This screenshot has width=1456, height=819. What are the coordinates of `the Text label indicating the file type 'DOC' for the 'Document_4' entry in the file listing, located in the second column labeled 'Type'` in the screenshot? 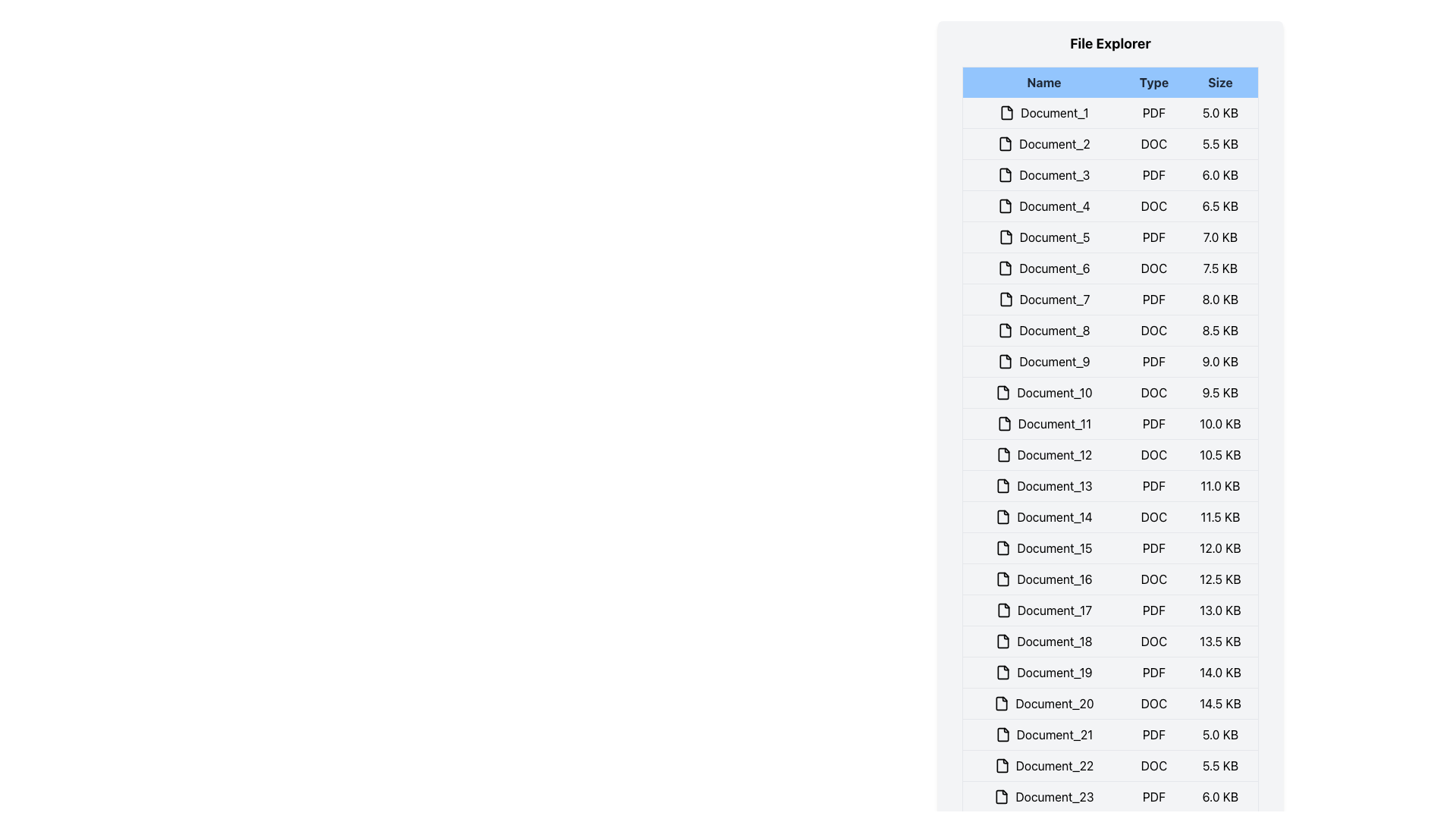 It's located at (1153, 206).